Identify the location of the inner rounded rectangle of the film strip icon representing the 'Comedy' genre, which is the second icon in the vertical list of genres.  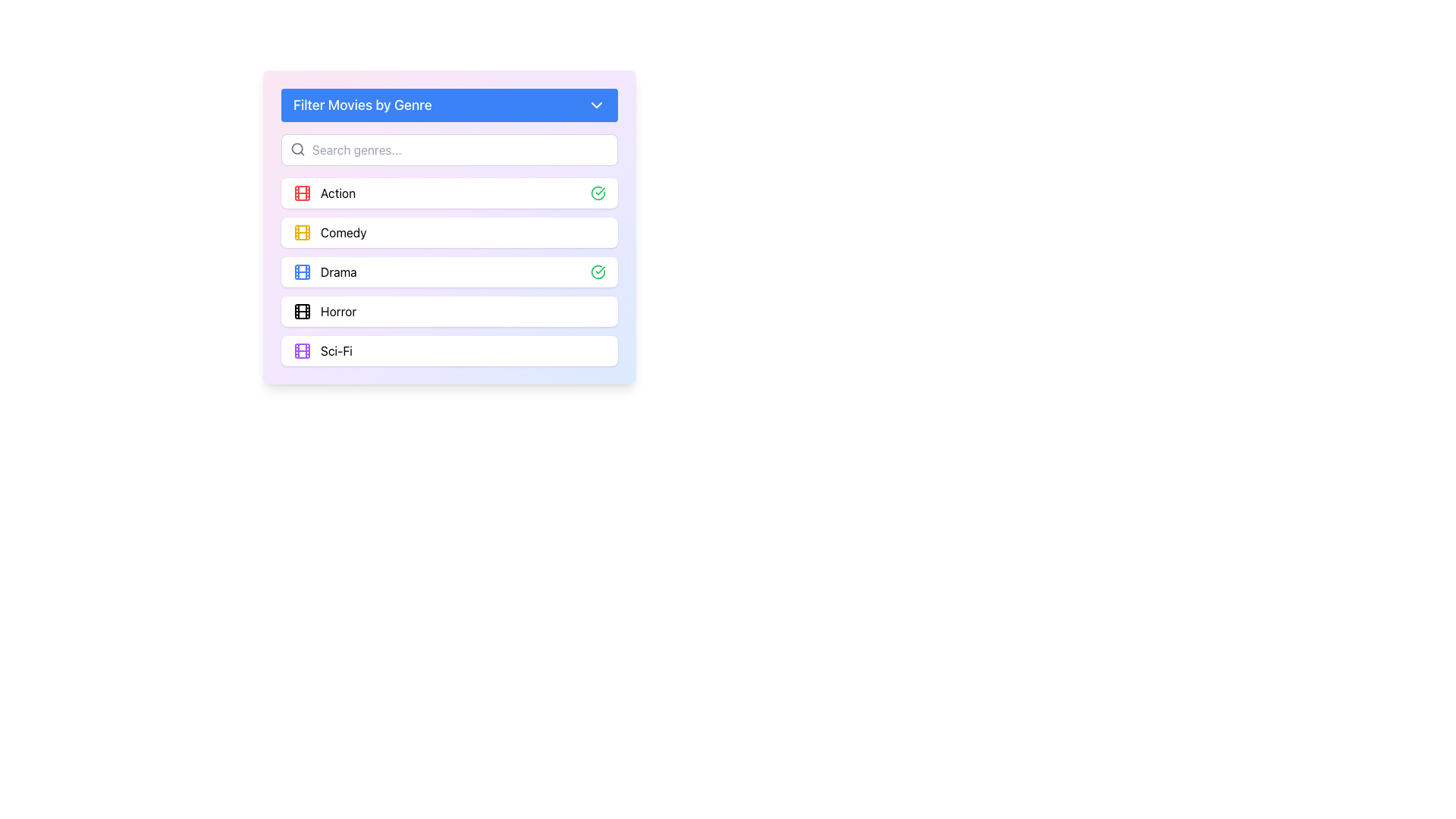
(302, 233).